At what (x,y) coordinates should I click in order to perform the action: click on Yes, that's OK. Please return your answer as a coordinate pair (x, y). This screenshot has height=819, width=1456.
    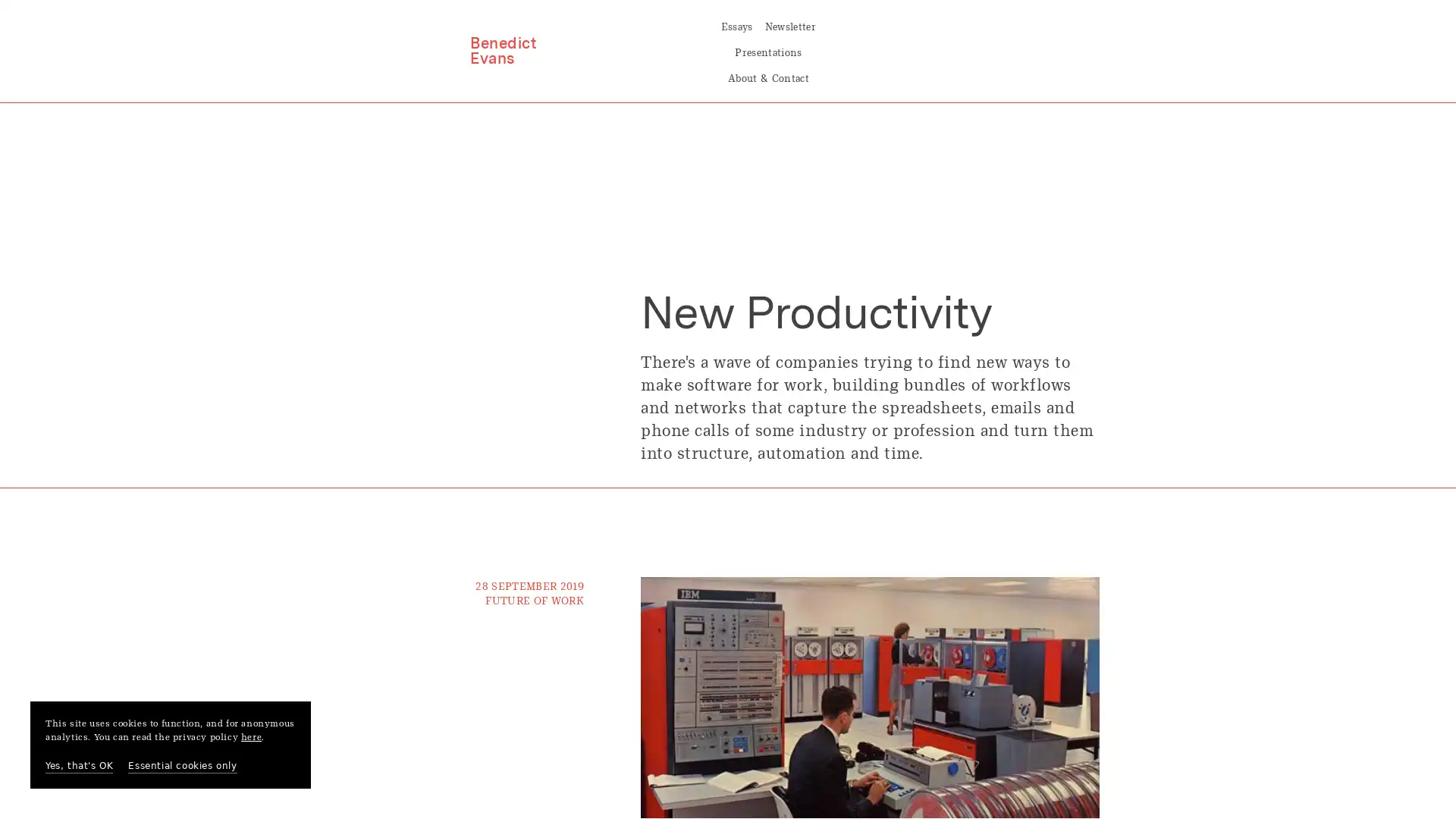
    Looking at the image, I should click on (78, 766).